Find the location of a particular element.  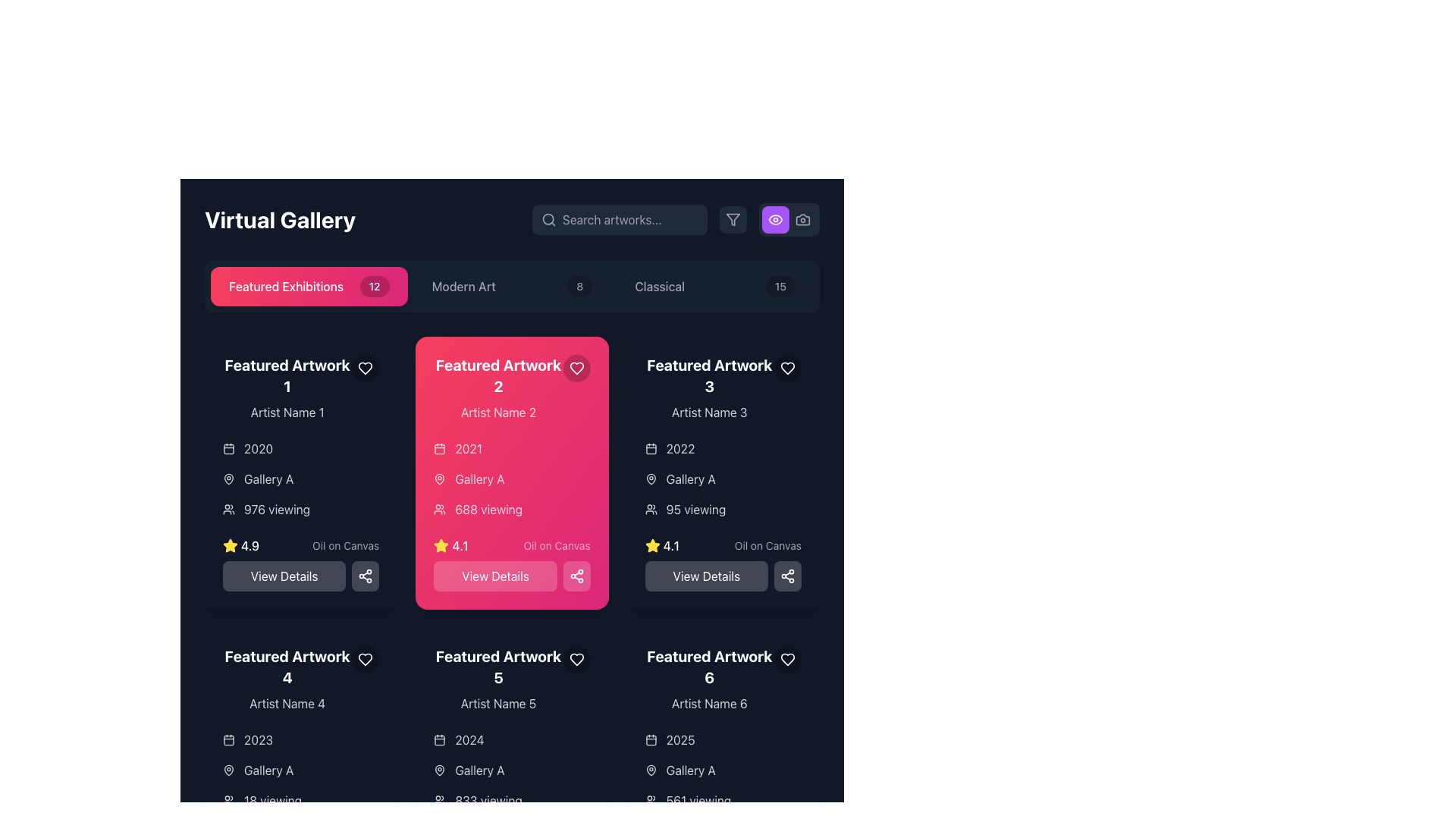

the icon indicating user engagement statistics, located to the left of the '95 viewing' text is located at coordinates (651, 509).